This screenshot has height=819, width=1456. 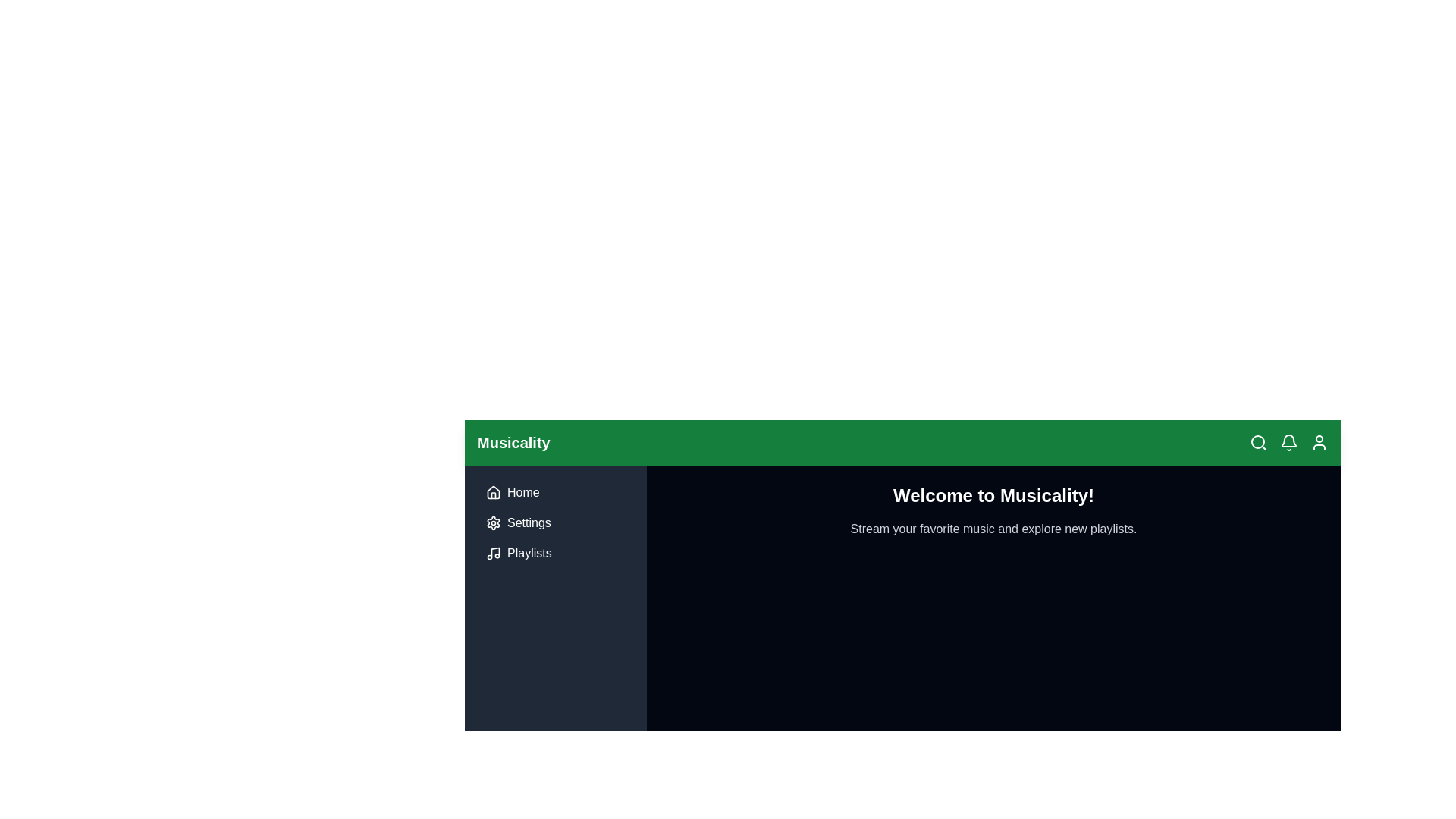 What do you see at coordinates (1288, 442) in the screenshot?
I see `the bell-shaped icon button located in the top navigation bar, which is the second icon from the left` at bounding box center [1288, 442].